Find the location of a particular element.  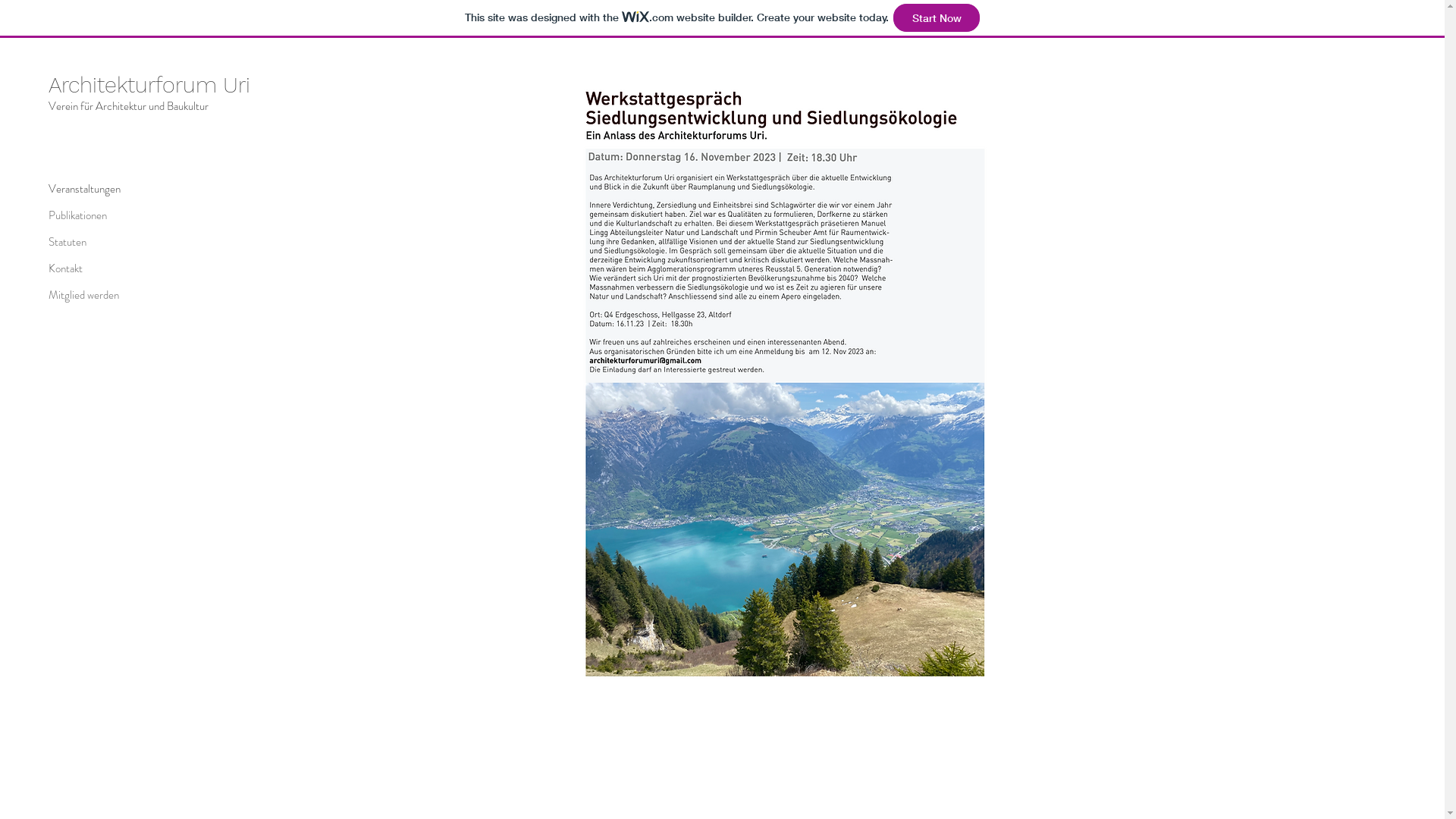

'Publikationen' is located at coordinates (101, 215).